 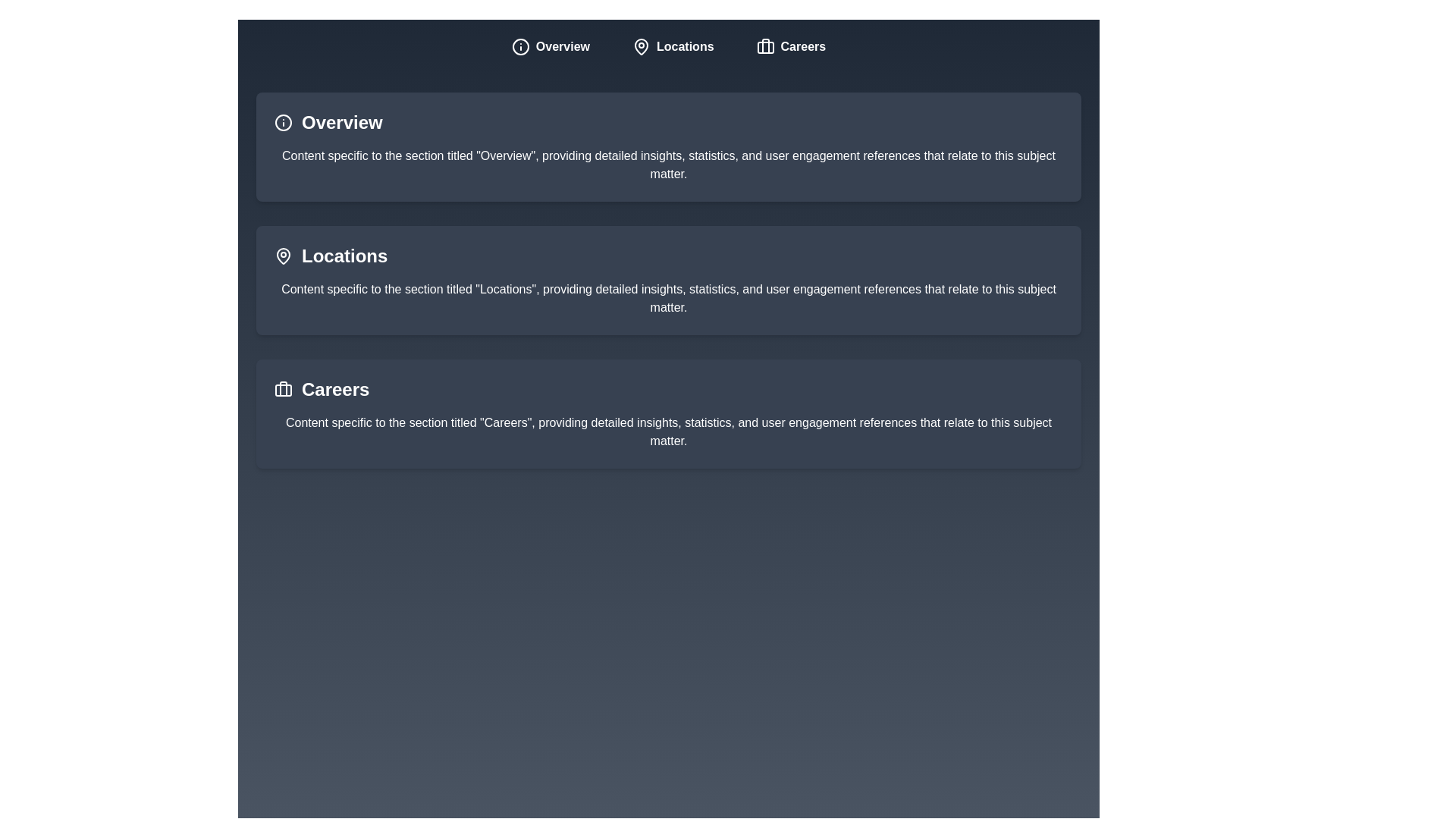 I want to click on the 'Careers' tab in the navigation bar, which has a dark background, white bold text, and a briefcase icon, so click(x=790, y=45).